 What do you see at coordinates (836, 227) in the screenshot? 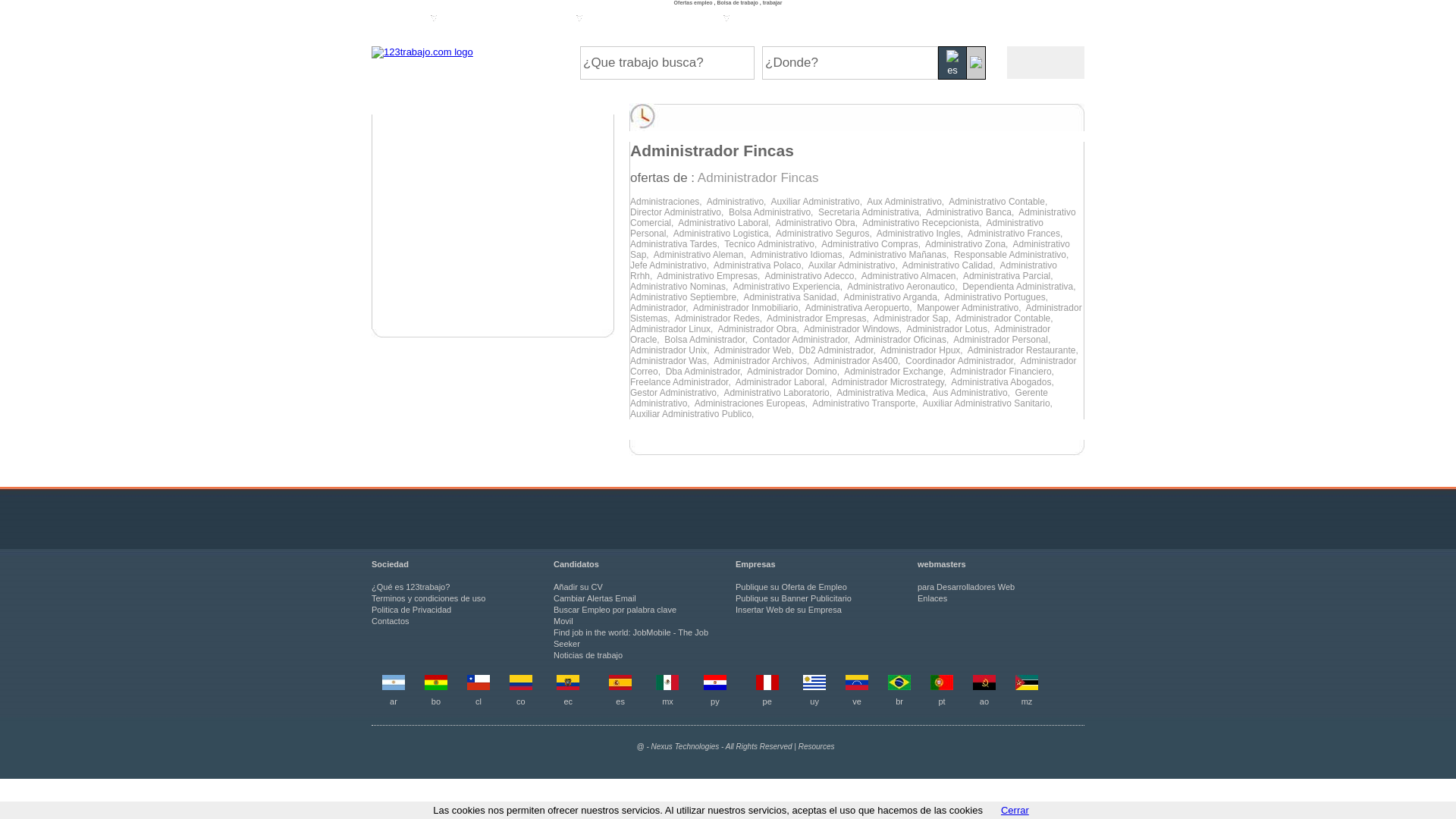
I see `'Administrativo Personal, '` at bounding box center [836, 227].